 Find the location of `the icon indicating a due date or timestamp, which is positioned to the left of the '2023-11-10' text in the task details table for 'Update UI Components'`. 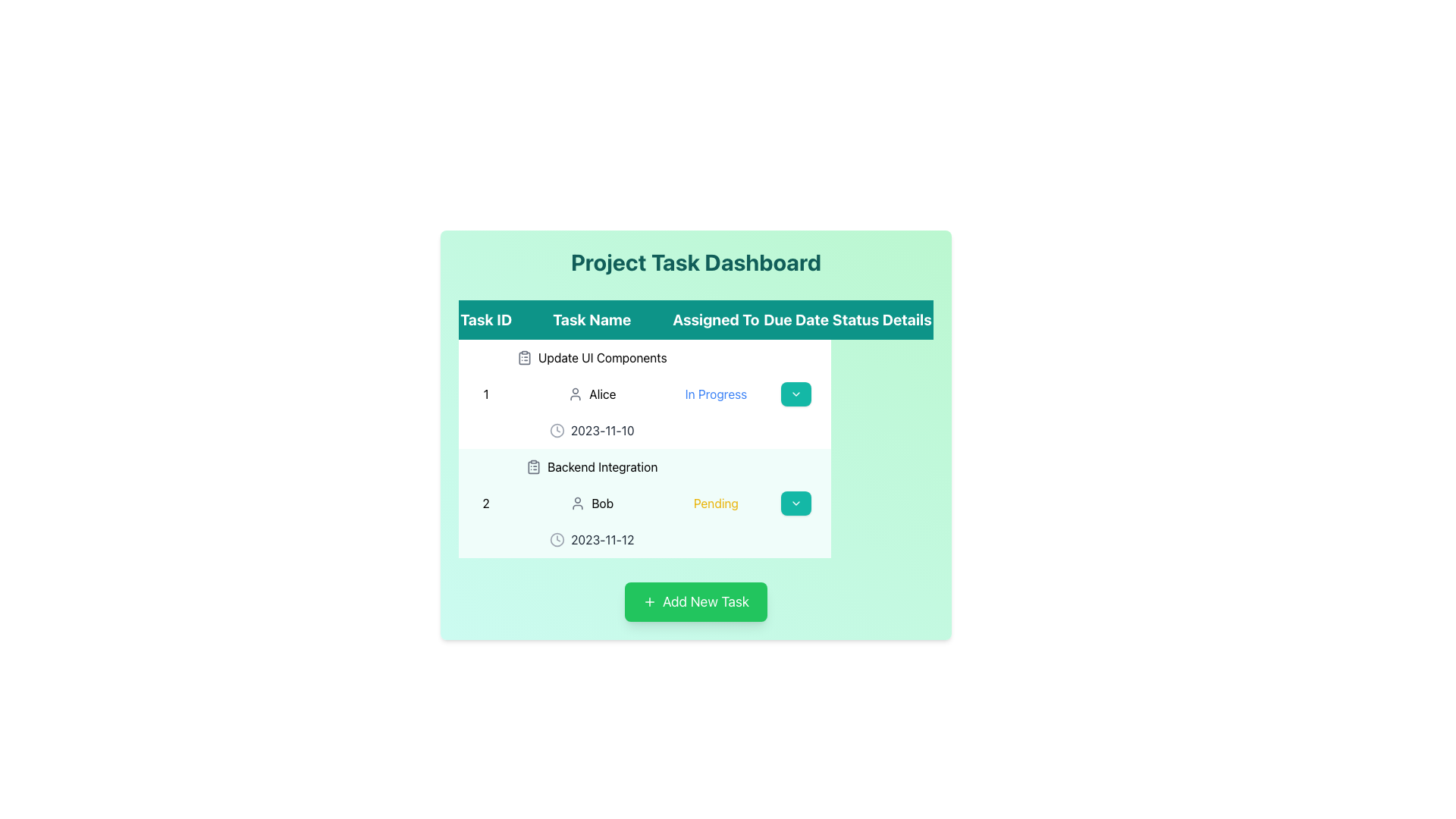

the icon indicating a due date or timestamp, which is positioned to the left of the '2023-11-10' text in the task details table for 'Update UI Components' is located at coordinates (556, 430).